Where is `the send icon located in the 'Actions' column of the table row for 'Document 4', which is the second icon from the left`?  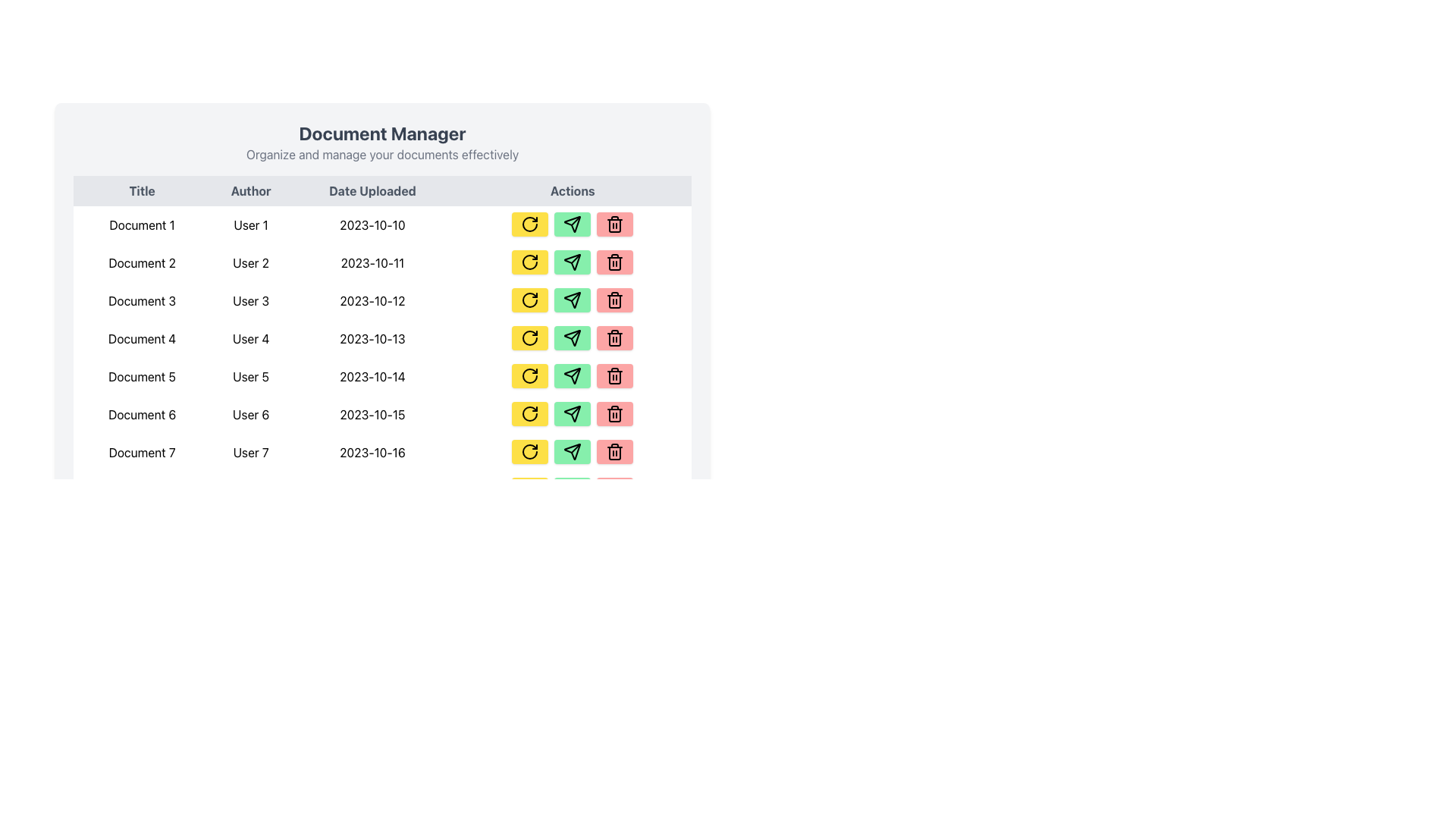 the send icon located in the 'Actions' column of the table row for 'Document 4', which is the second icon from the left is located at coordinates (572, 337).